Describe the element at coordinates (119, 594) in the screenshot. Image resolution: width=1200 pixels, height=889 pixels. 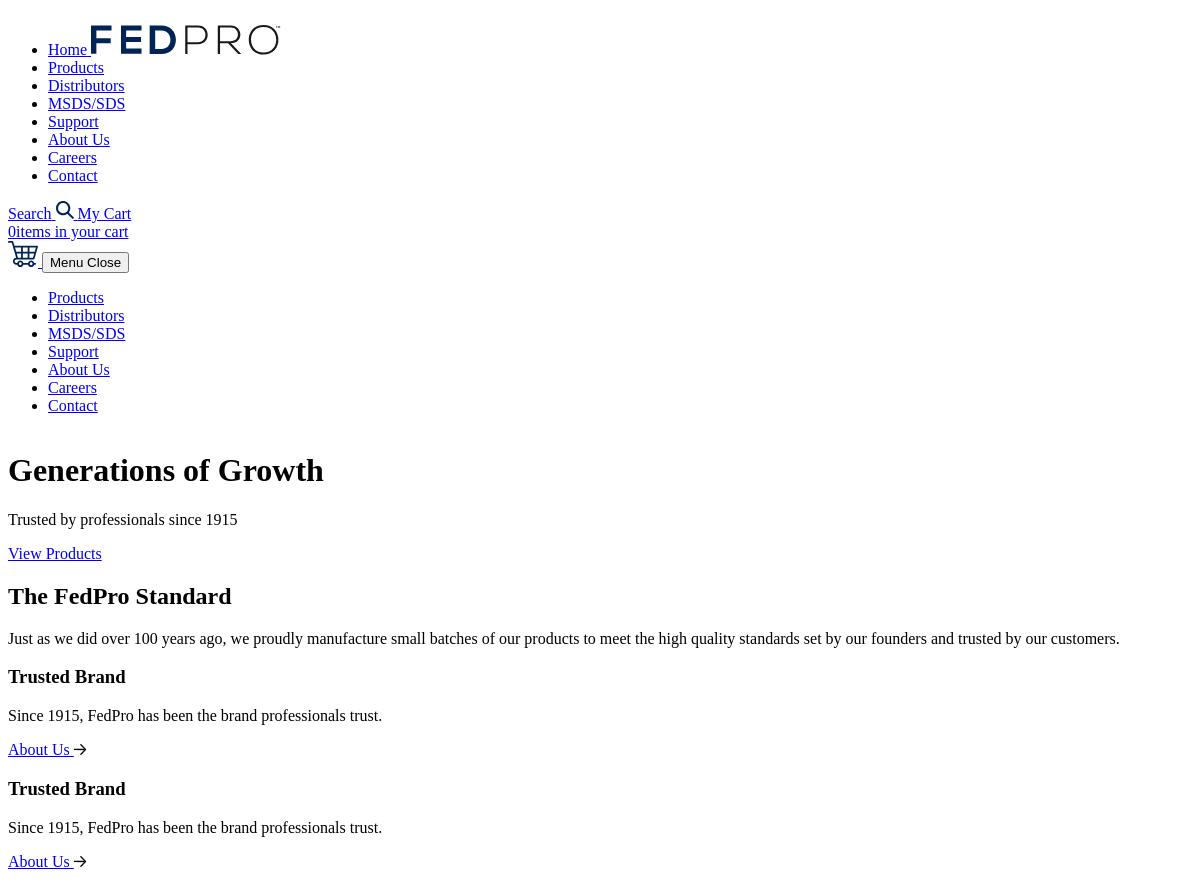
I see `'The FedPro Standard'` at that location.